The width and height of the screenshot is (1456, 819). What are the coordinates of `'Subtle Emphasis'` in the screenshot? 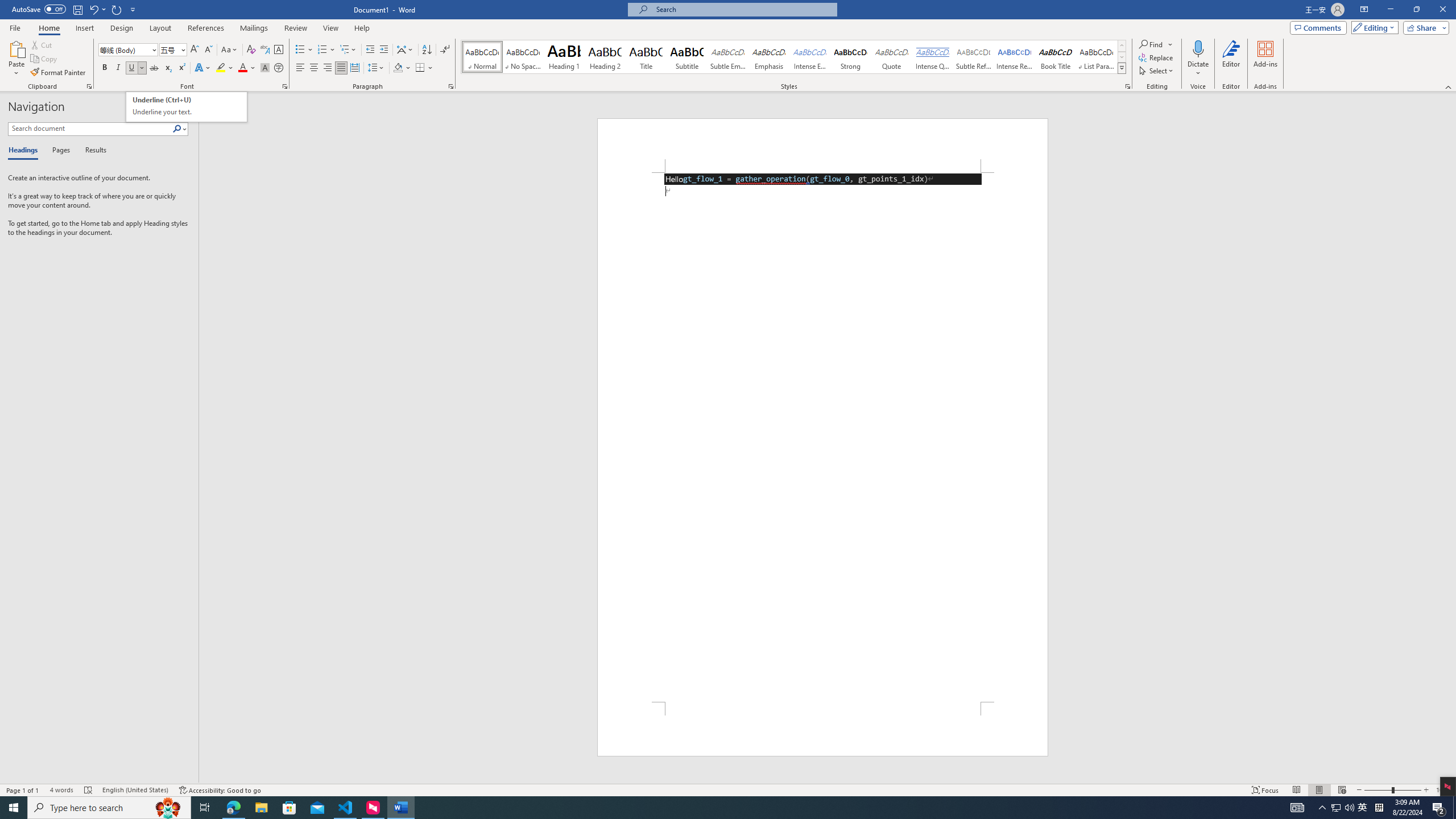 It's located at (728, 56).